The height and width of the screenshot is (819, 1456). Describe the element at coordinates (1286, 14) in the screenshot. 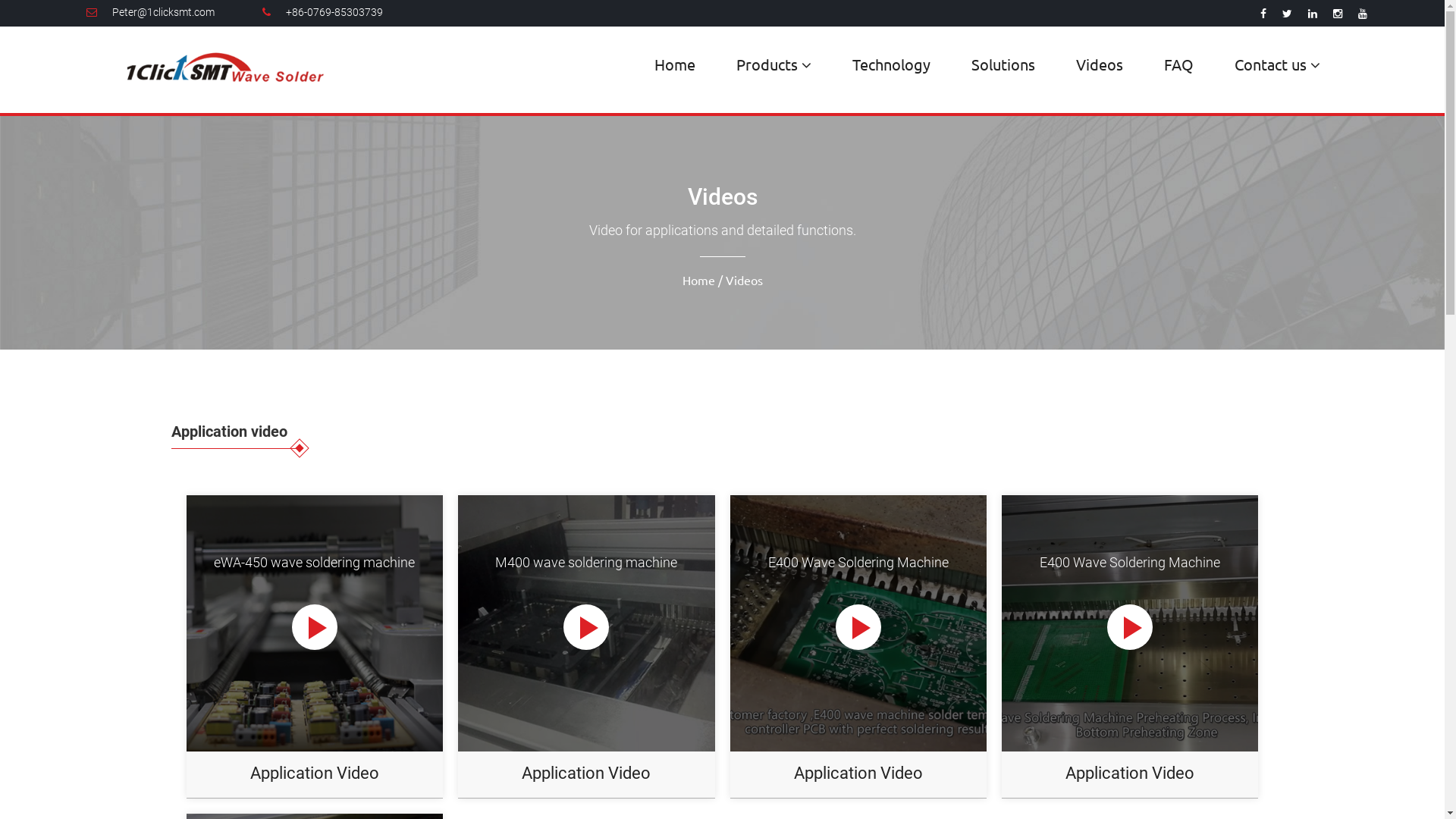

I see `'Twitter'` at that location.